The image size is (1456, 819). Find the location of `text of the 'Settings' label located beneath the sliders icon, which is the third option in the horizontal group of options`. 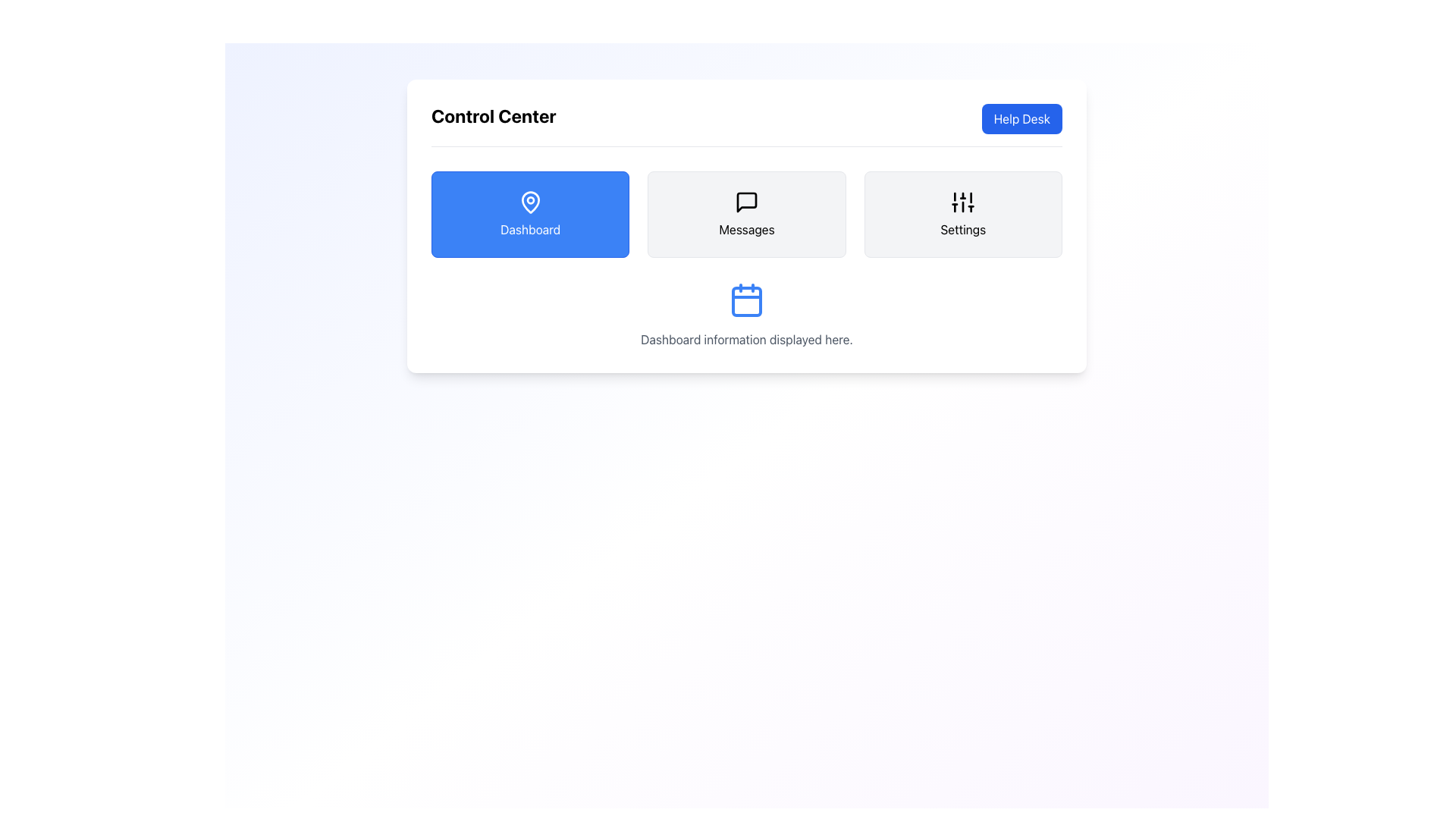

text of the 'Settings' label located beneath the sliders icon, which is the third option in the horizontal group of options is located at coordinates (962, 230).